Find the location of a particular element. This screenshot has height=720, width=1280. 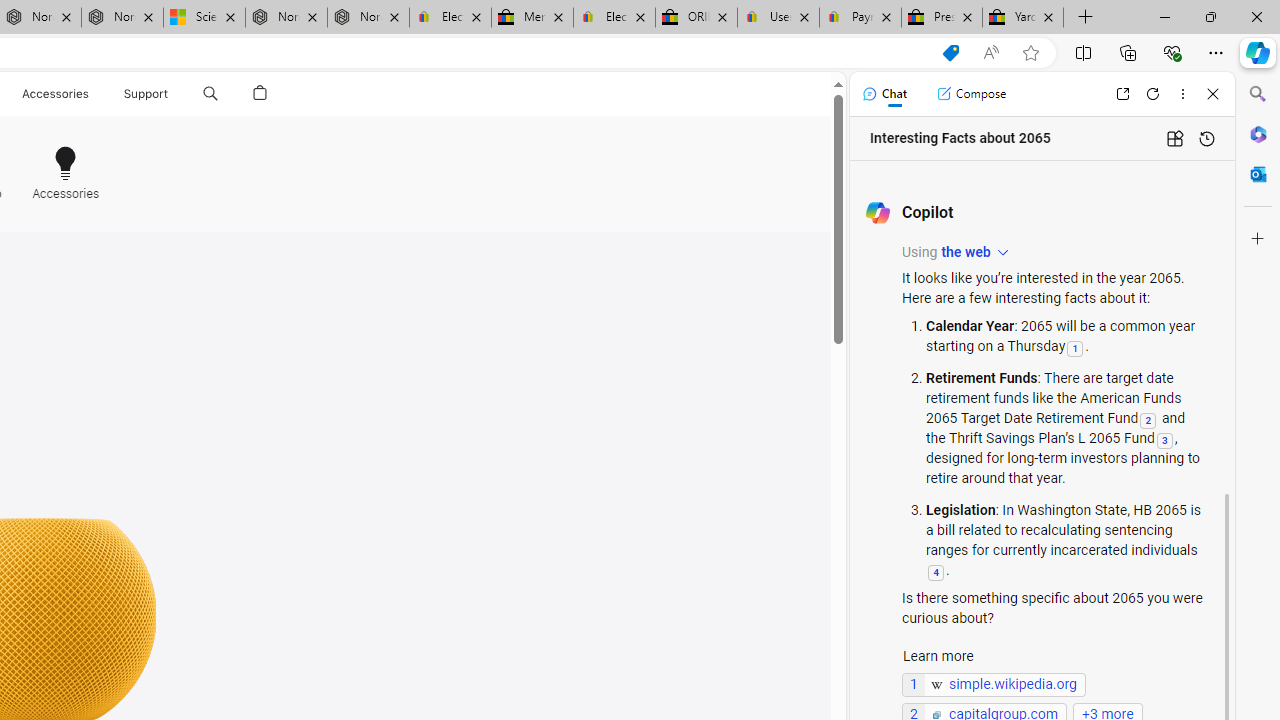

'Nordace - FAQ' is located at coordinates (368, 17).